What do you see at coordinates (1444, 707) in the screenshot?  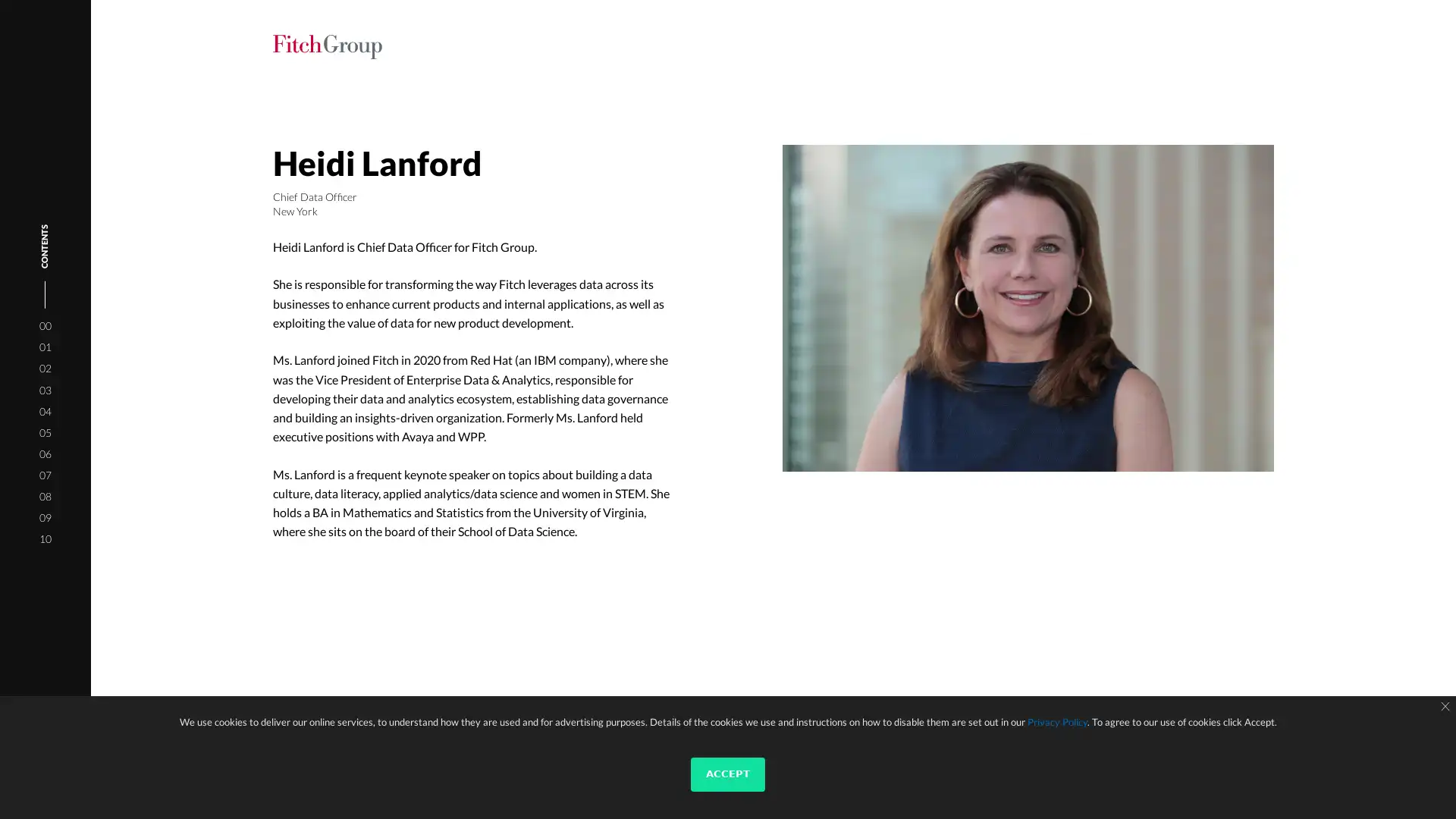 I see `close dialog` at bounding box center [1444, 707].